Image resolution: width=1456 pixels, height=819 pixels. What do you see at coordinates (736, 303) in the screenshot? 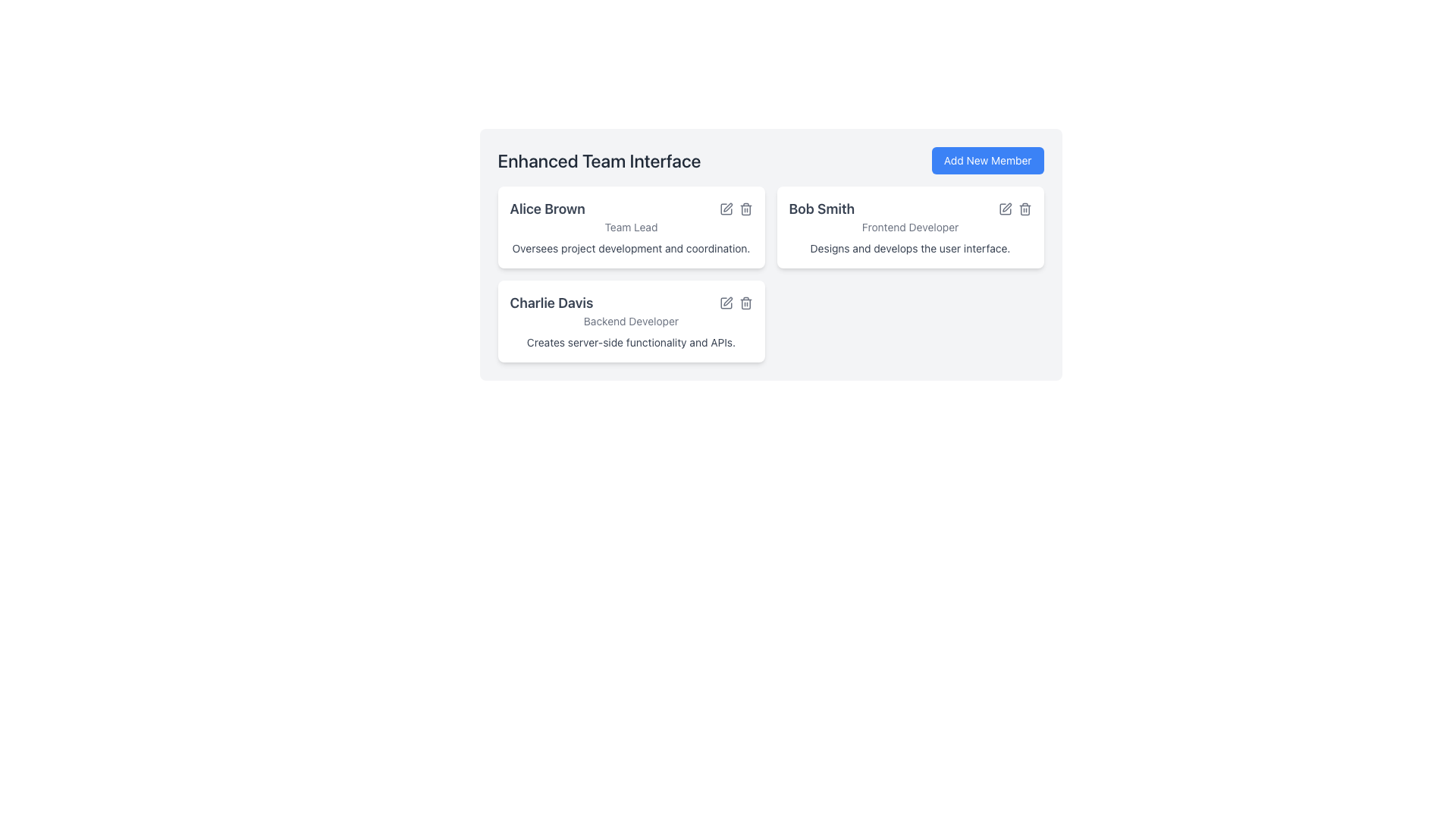
I see `the edit icon (pencil icon) in the control icons grouped for Charlie Davis` at bounding box center [736, 303].